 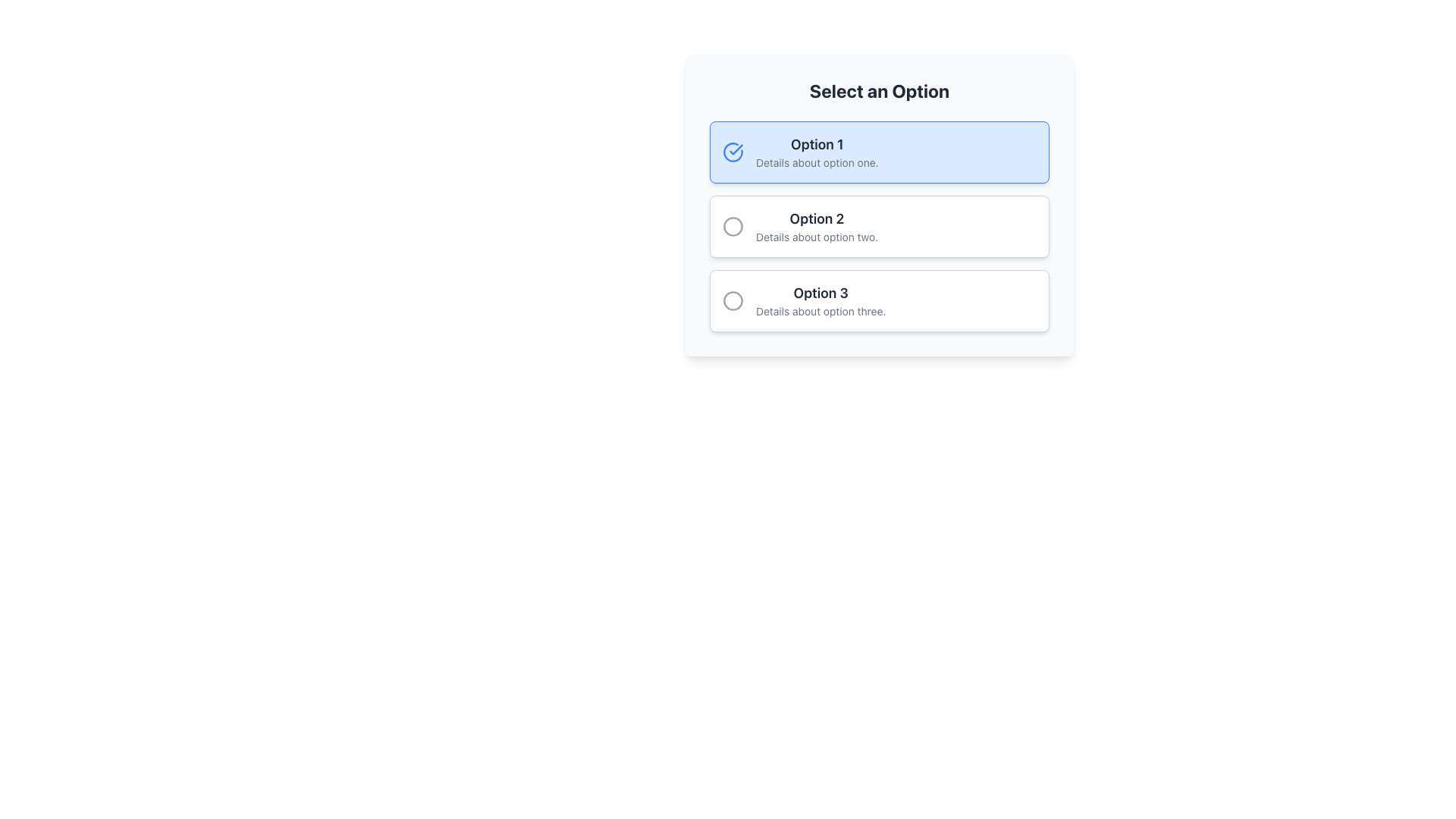 What do you see at coordinates (880, 90) in the screenshot?
I see `text from the title label displaying 'Select an Option', which is bold and large, positioned at the top of the options list` at bounding box center [880, 90].